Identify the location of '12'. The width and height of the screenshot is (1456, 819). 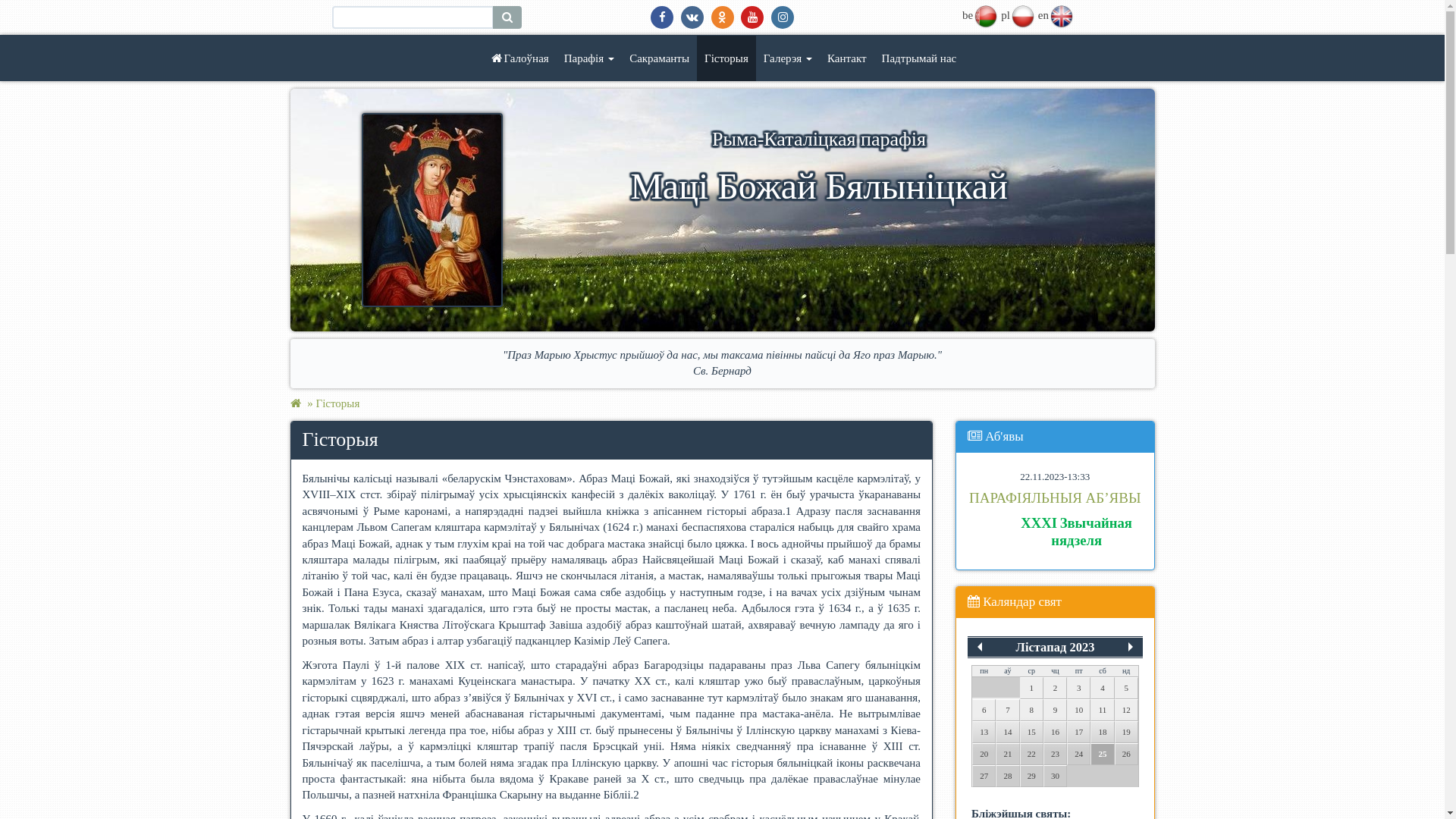
(1126, 710).